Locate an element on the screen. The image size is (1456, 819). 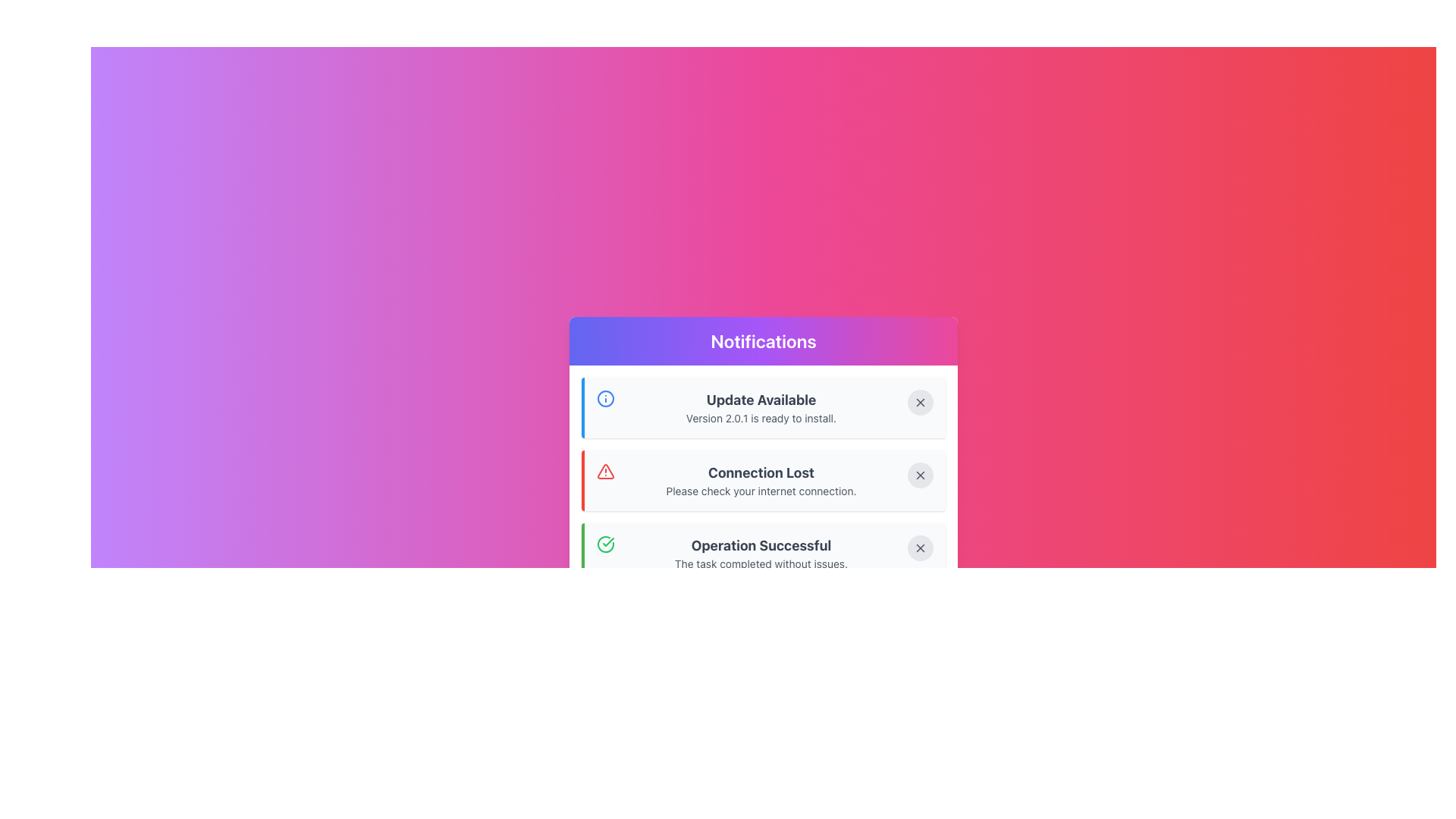
notification message displayed in the text section located within the notification card at the bottom of the notifications stack is located at coordinates (761, 553).